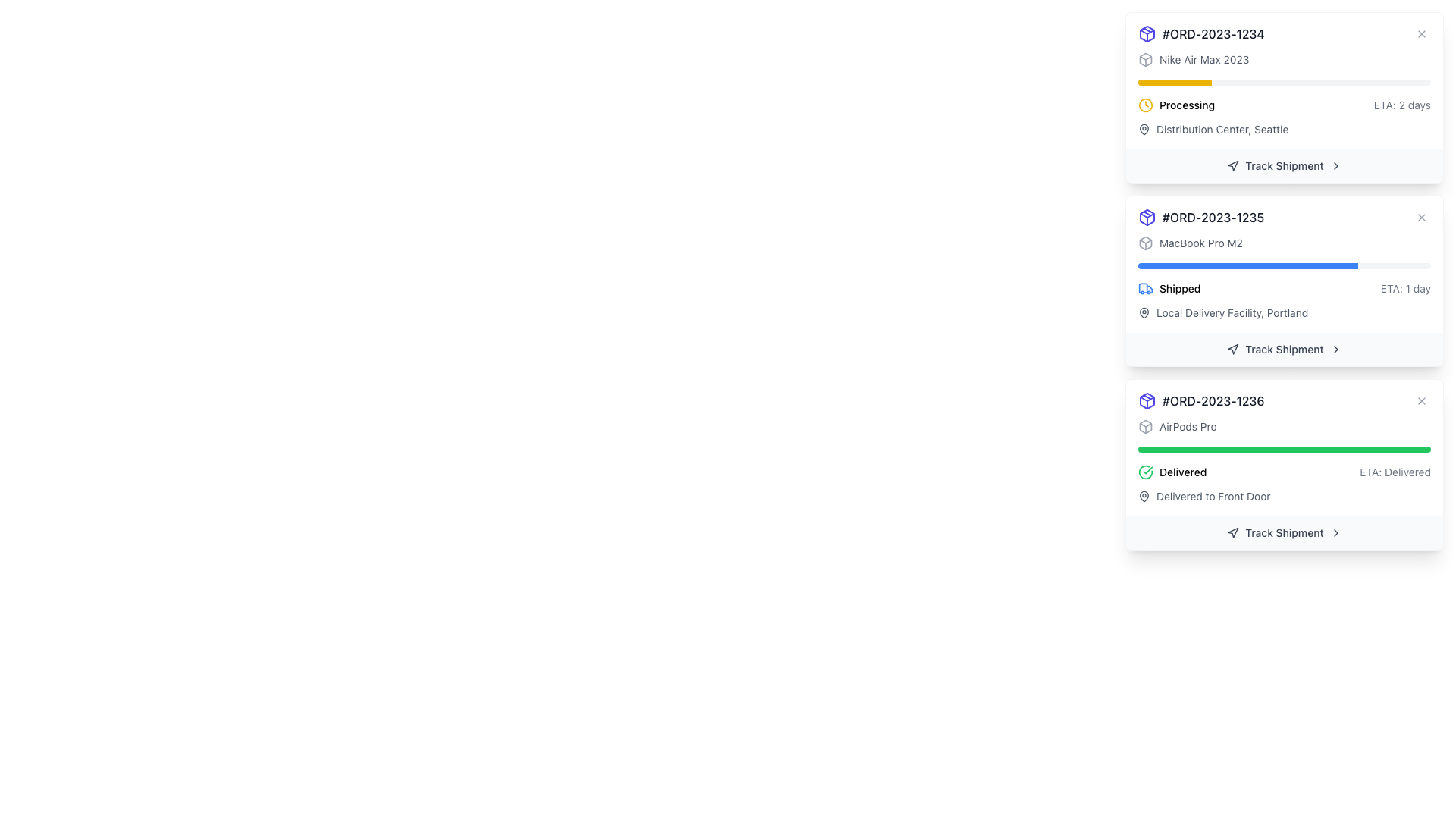 The width and height of the screenshot is (1456, 819). I want to click on the package icon located in the header area of the card titled '#ORD-2023-1235', which is positioned to the immediate left of the order ID text, so click(1147, 217).